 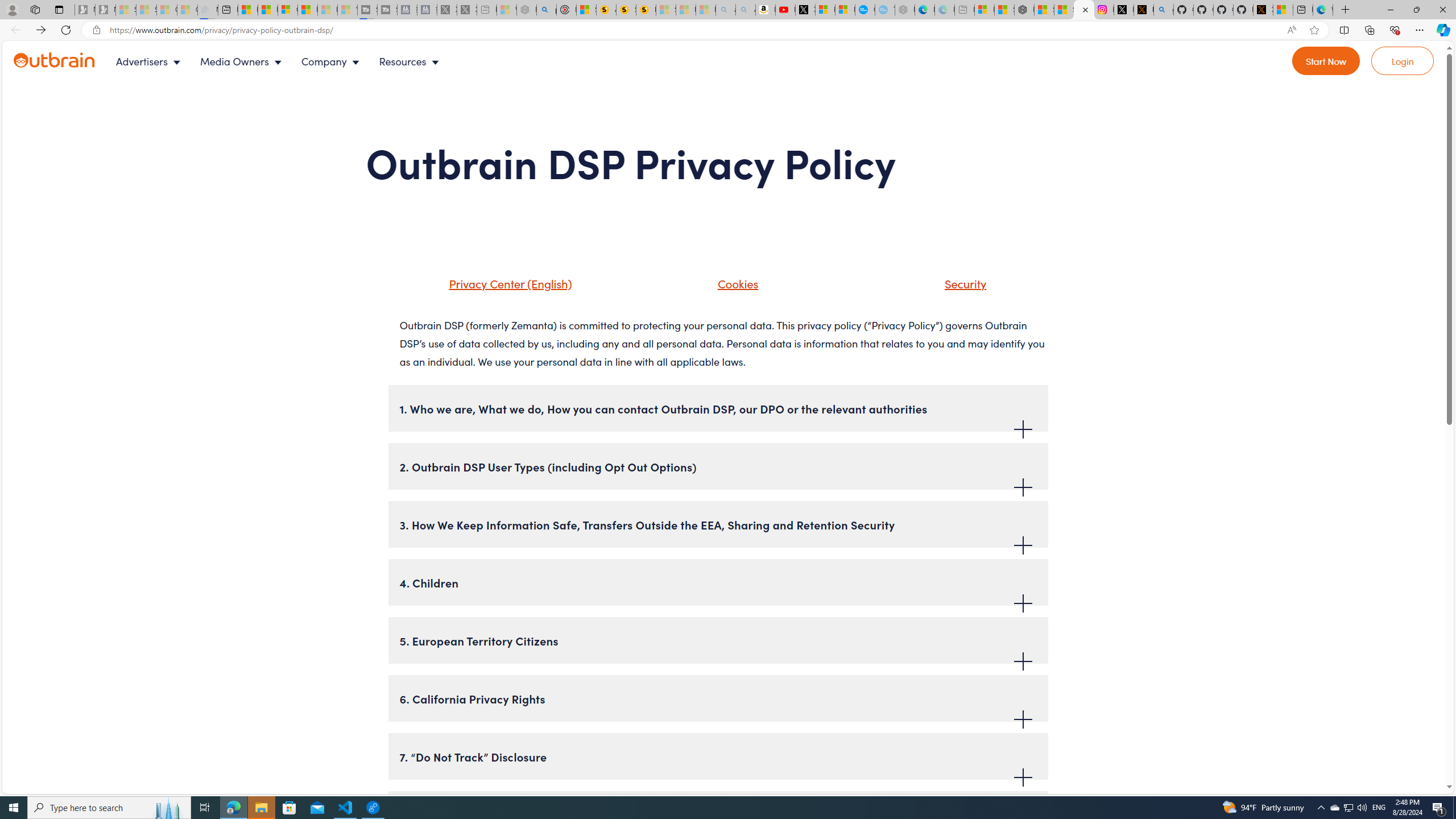 I want to click on 'Cookies', so click(x=723, y=287).